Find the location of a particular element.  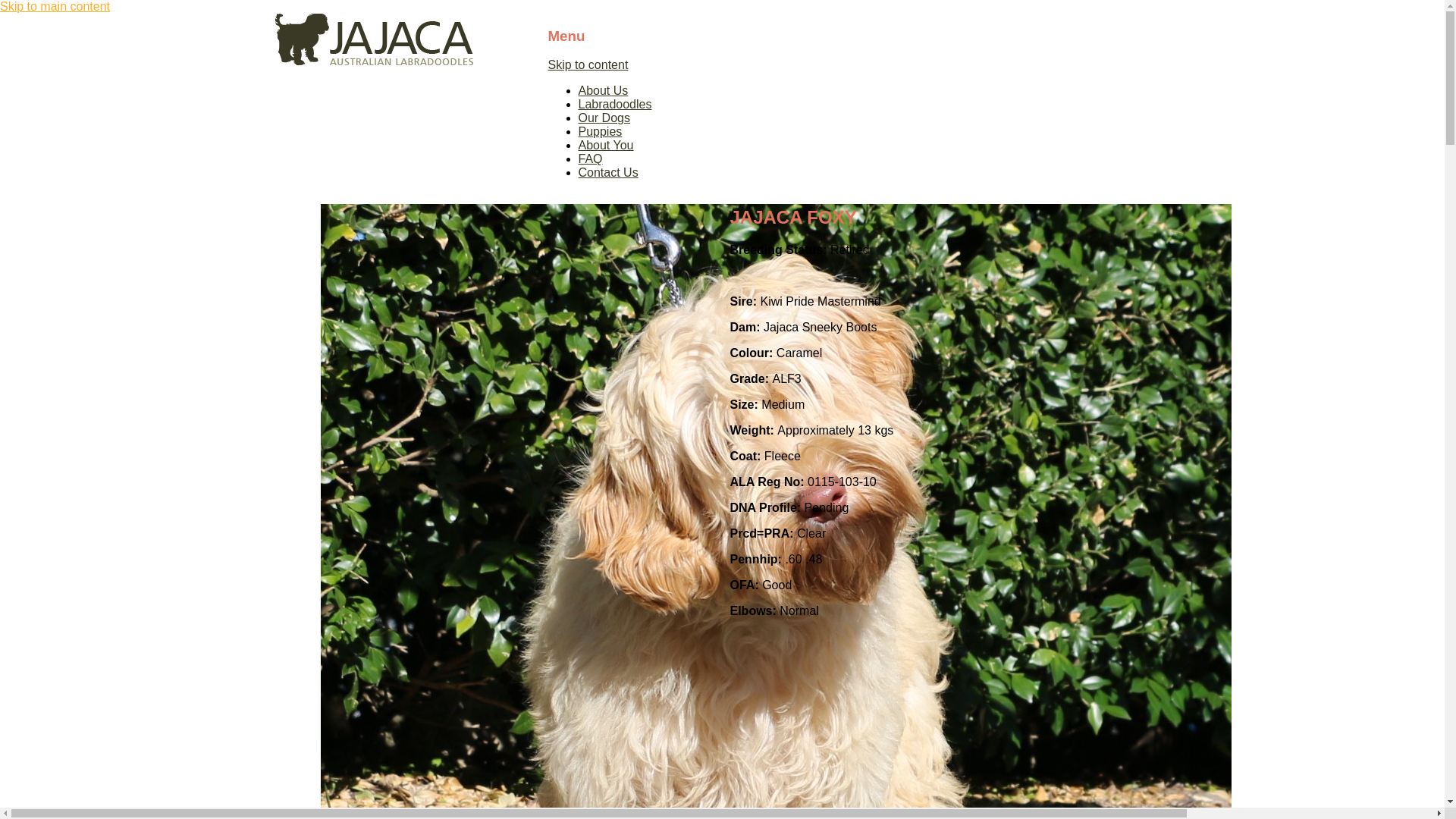

'Puppies' is located at coordinates (599, 130).